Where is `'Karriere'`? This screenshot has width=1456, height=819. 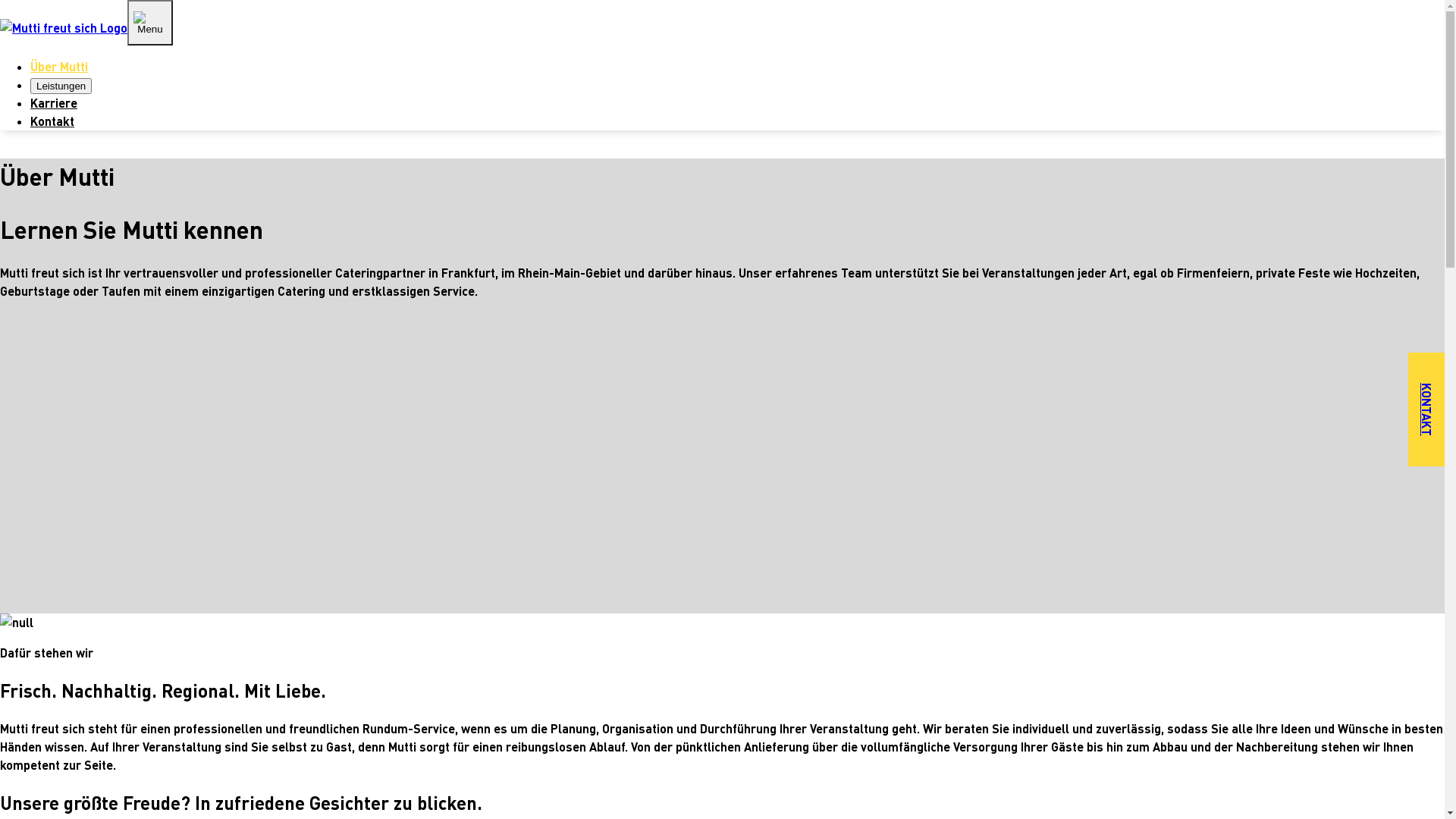
'Karriere' is located at coordinates (54, 102).